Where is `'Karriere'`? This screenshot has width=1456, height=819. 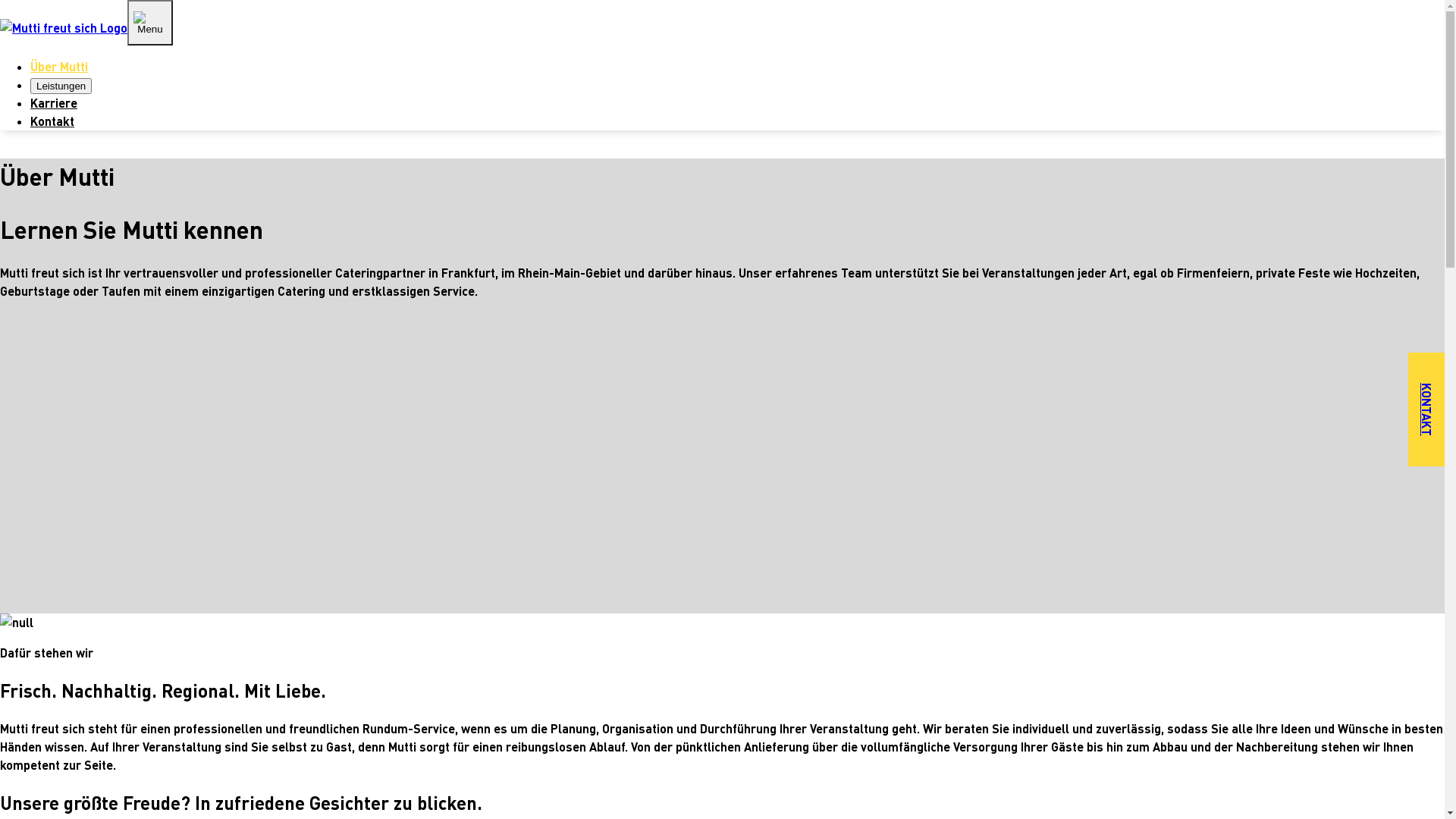
'Karriere' is located at coordinates (54, 102).